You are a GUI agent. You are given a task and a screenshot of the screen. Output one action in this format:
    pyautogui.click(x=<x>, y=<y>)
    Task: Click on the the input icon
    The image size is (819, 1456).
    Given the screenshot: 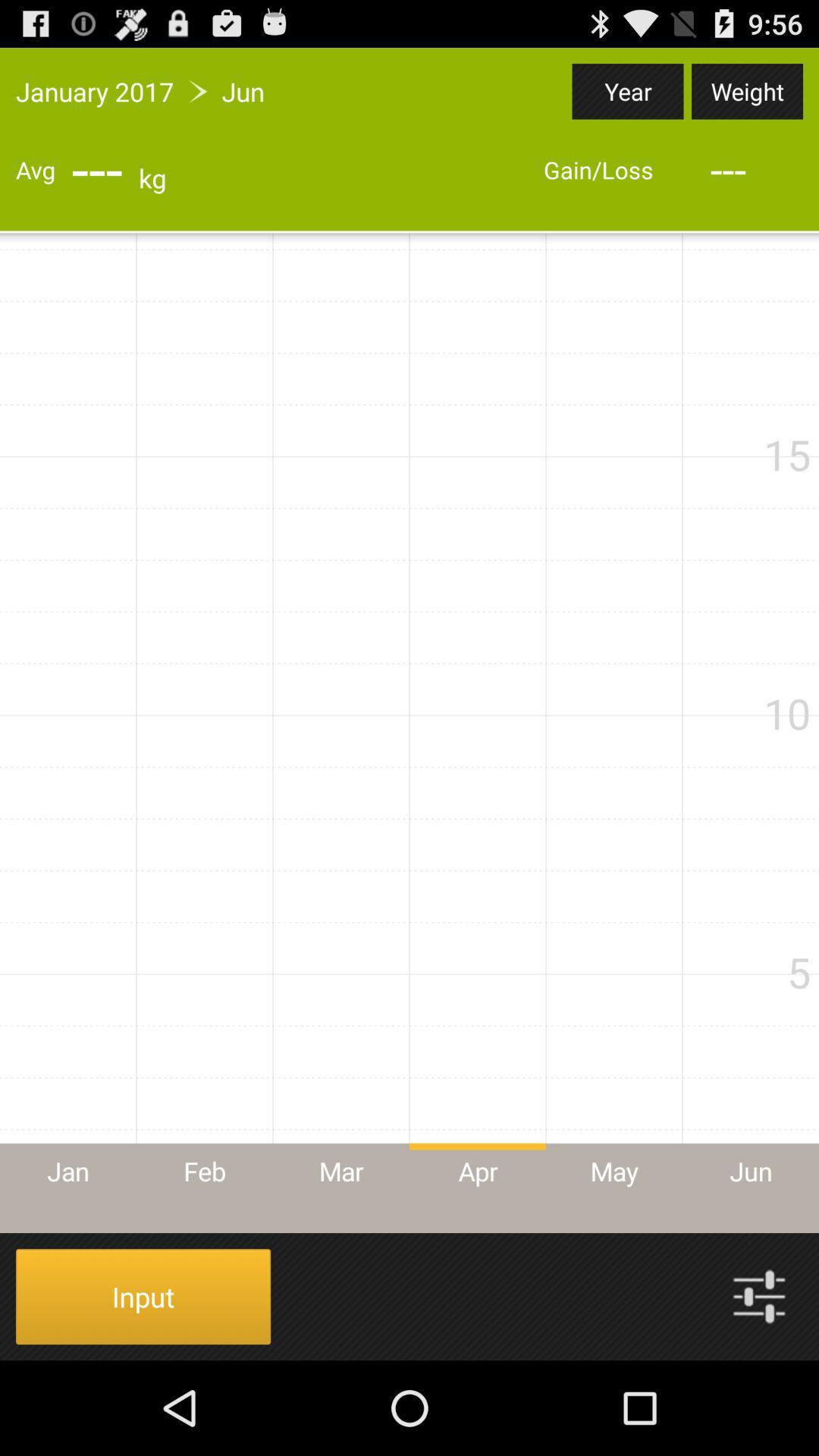 What is the action you would take?
    pyautogui.click(x=143, y=1295)
    